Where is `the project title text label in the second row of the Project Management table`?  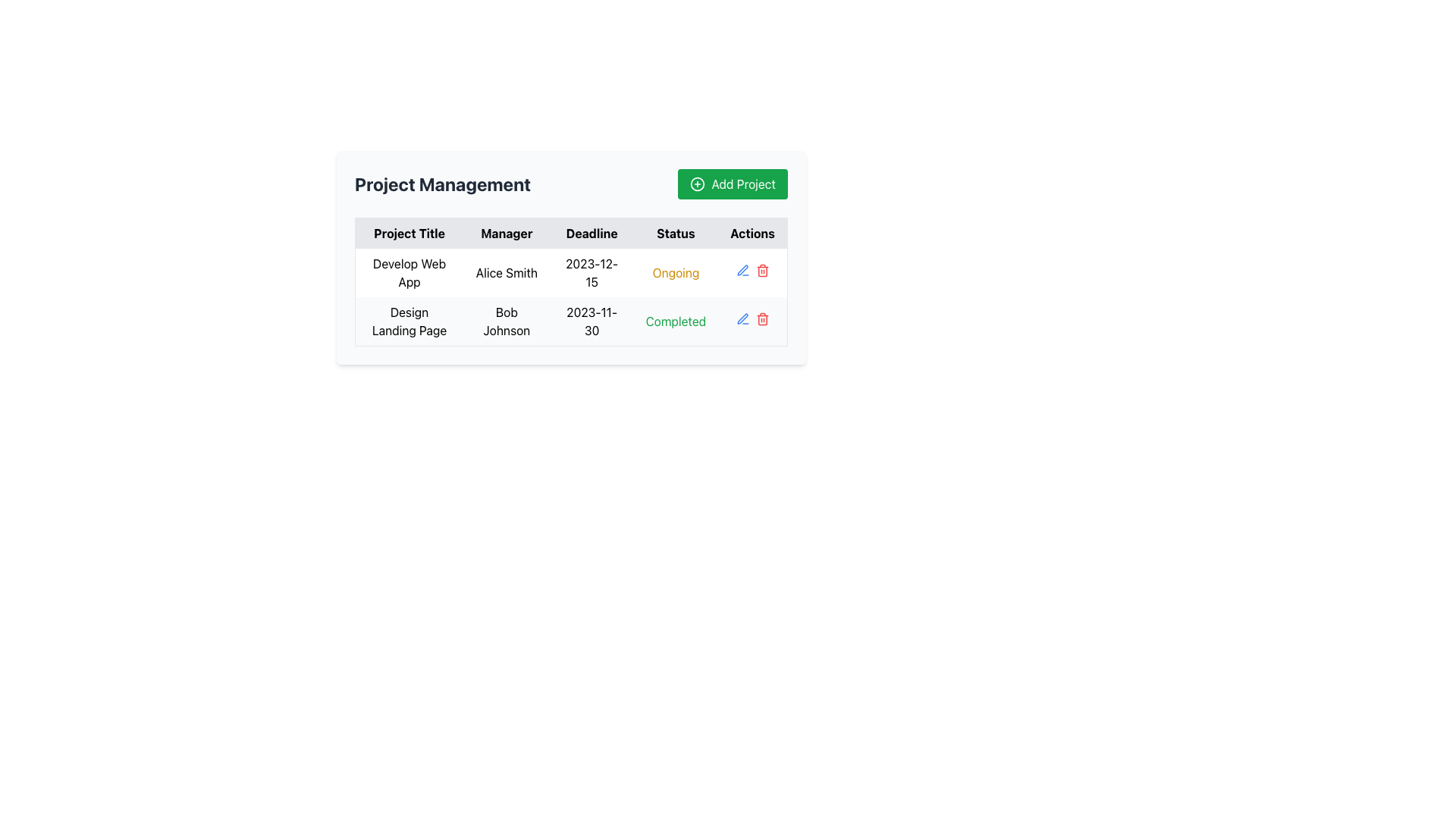 the project title text label in the second row of the Project Management table is located at coordinates (409, 321).